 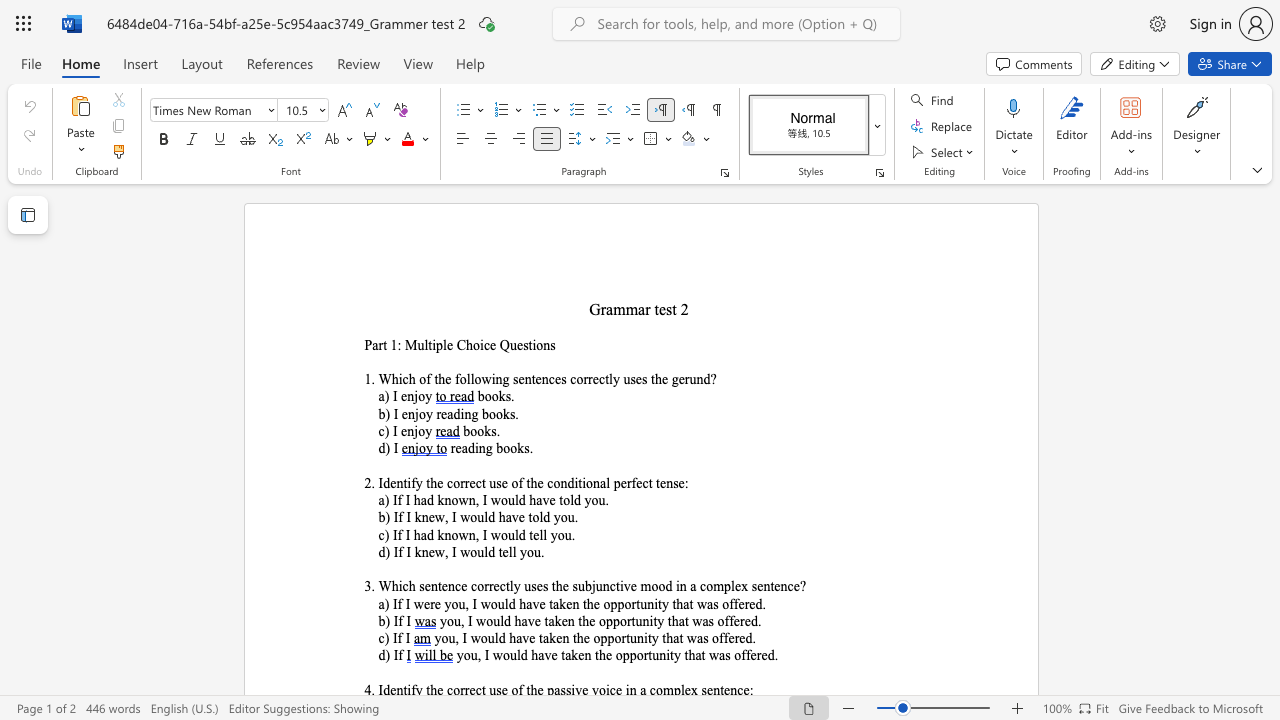 What do you see at coordinates (412, 430) in the screenshot?
I see `the space between the continuous character "n" and "j" in the text` at bounding box center [412, 430].